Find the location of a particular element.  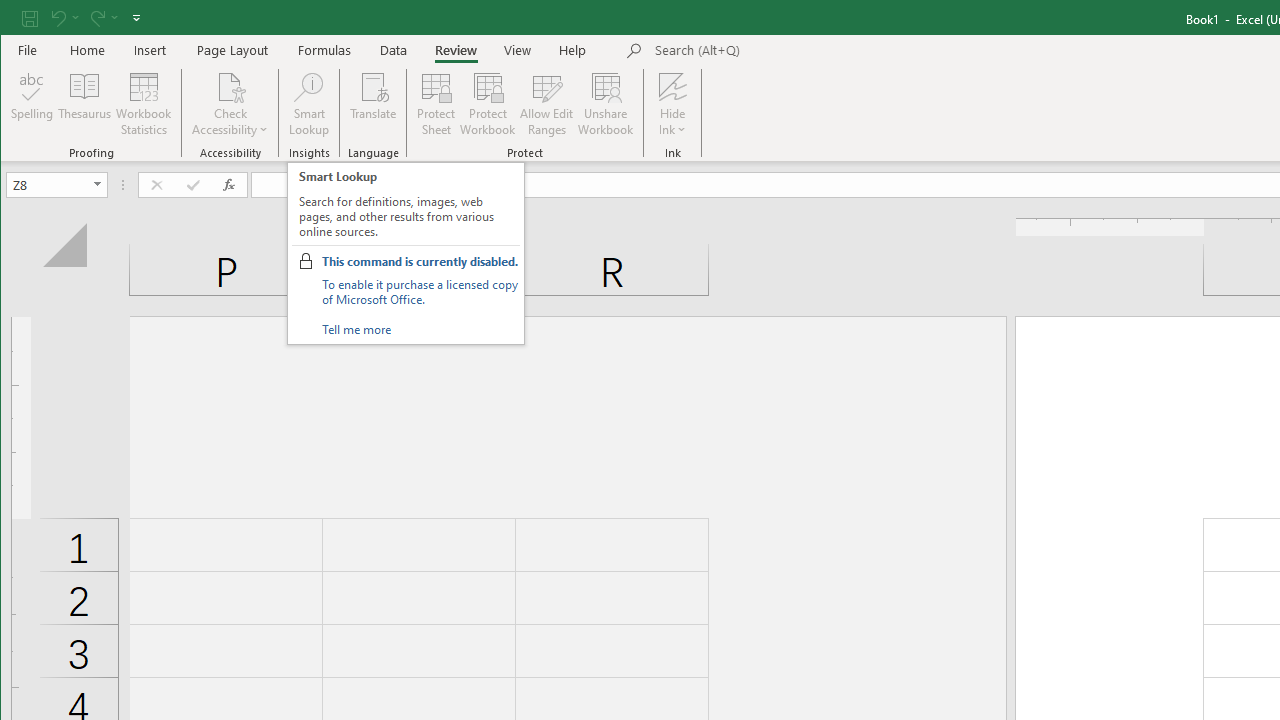

'Home' is located at coordinates (86, 49).